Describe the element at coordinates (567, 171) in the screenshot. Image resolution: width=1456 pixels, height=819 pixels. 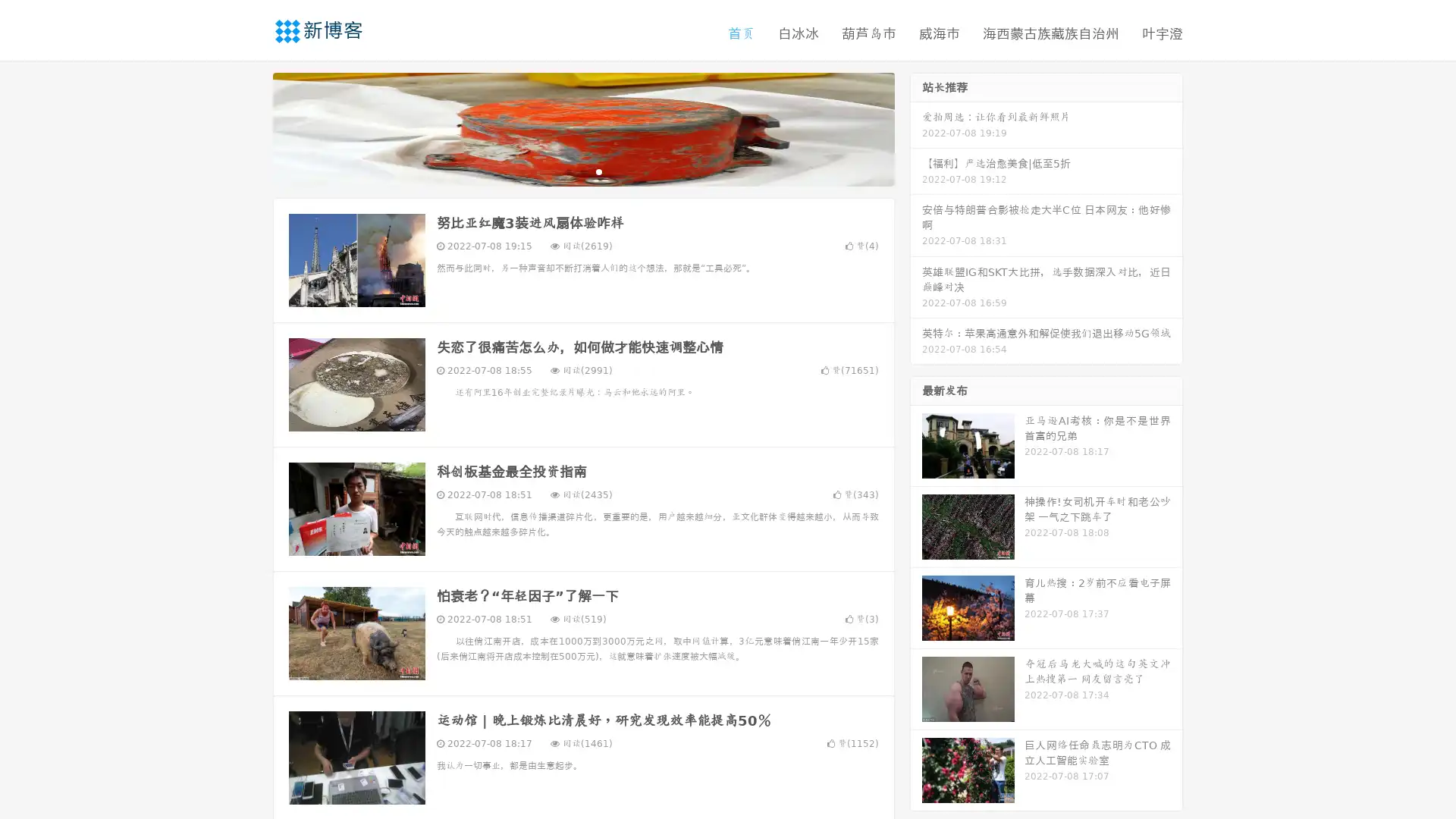
I see `Go to slide 1` at that location.